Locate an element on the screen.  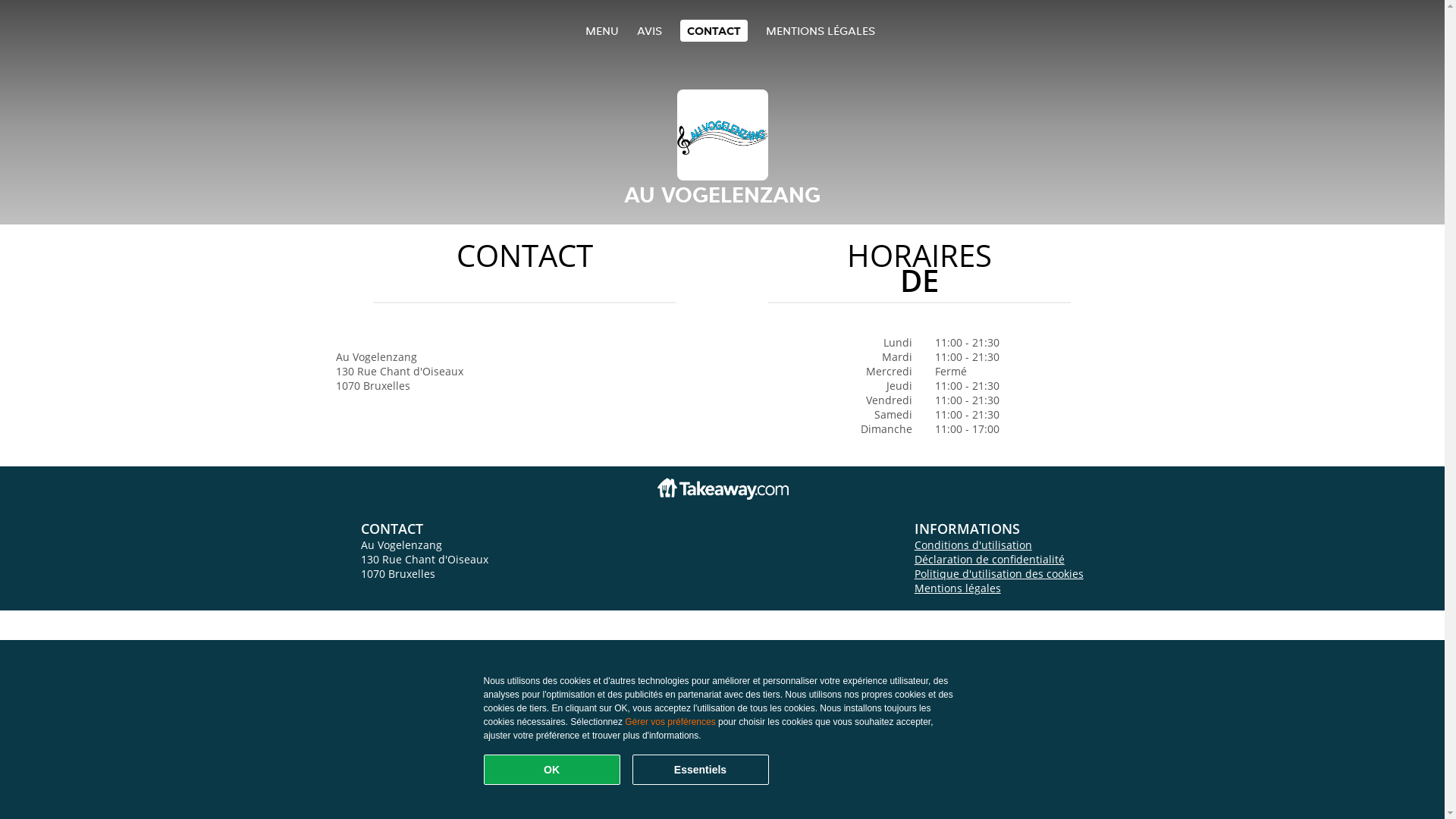
'AVIS' is located at coordinates (649, 30).